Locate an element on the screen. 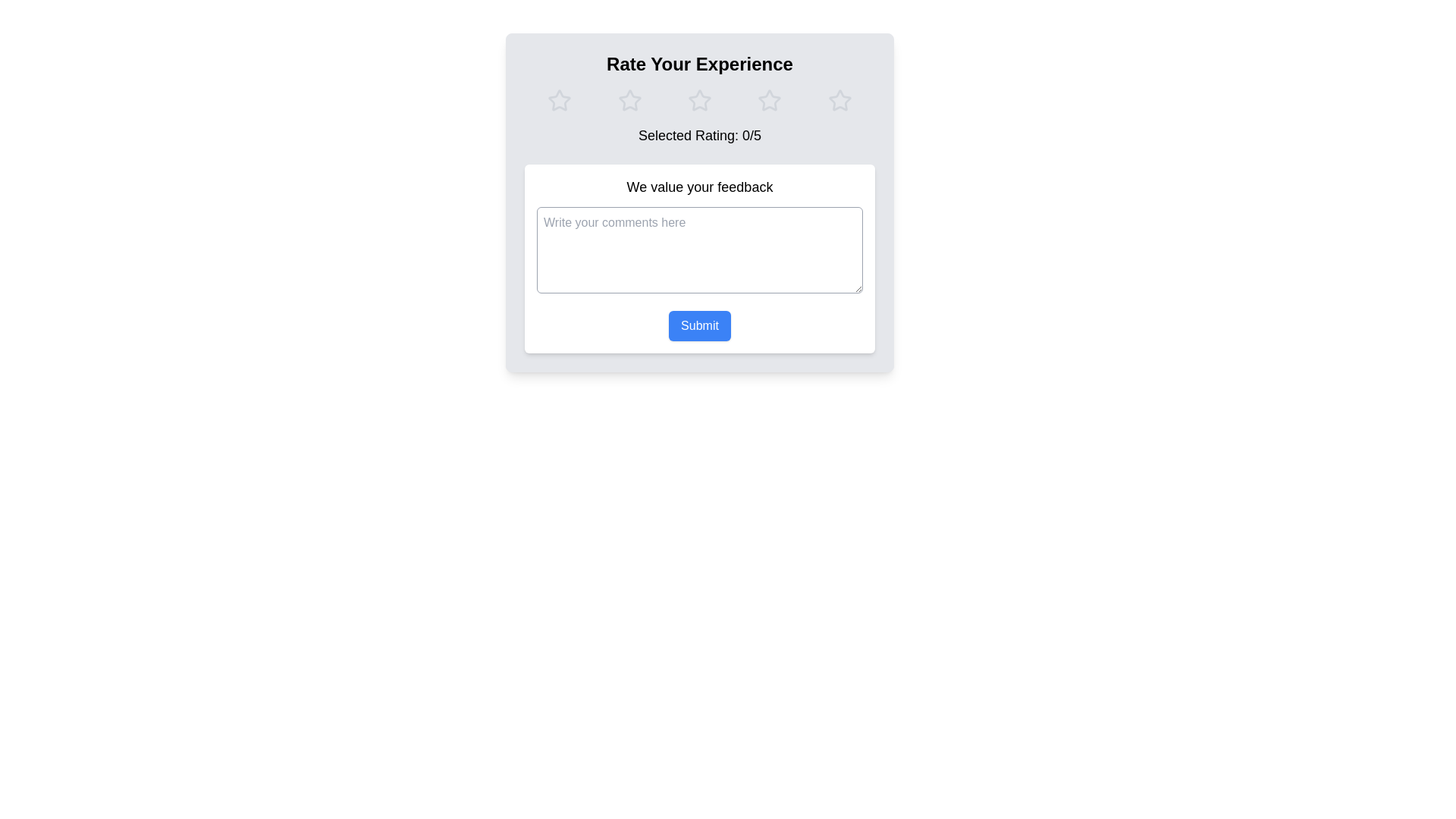 This screenshot has height=819, width=1456. the group of interactive star icons for rating is located at coordinates (698, 100).